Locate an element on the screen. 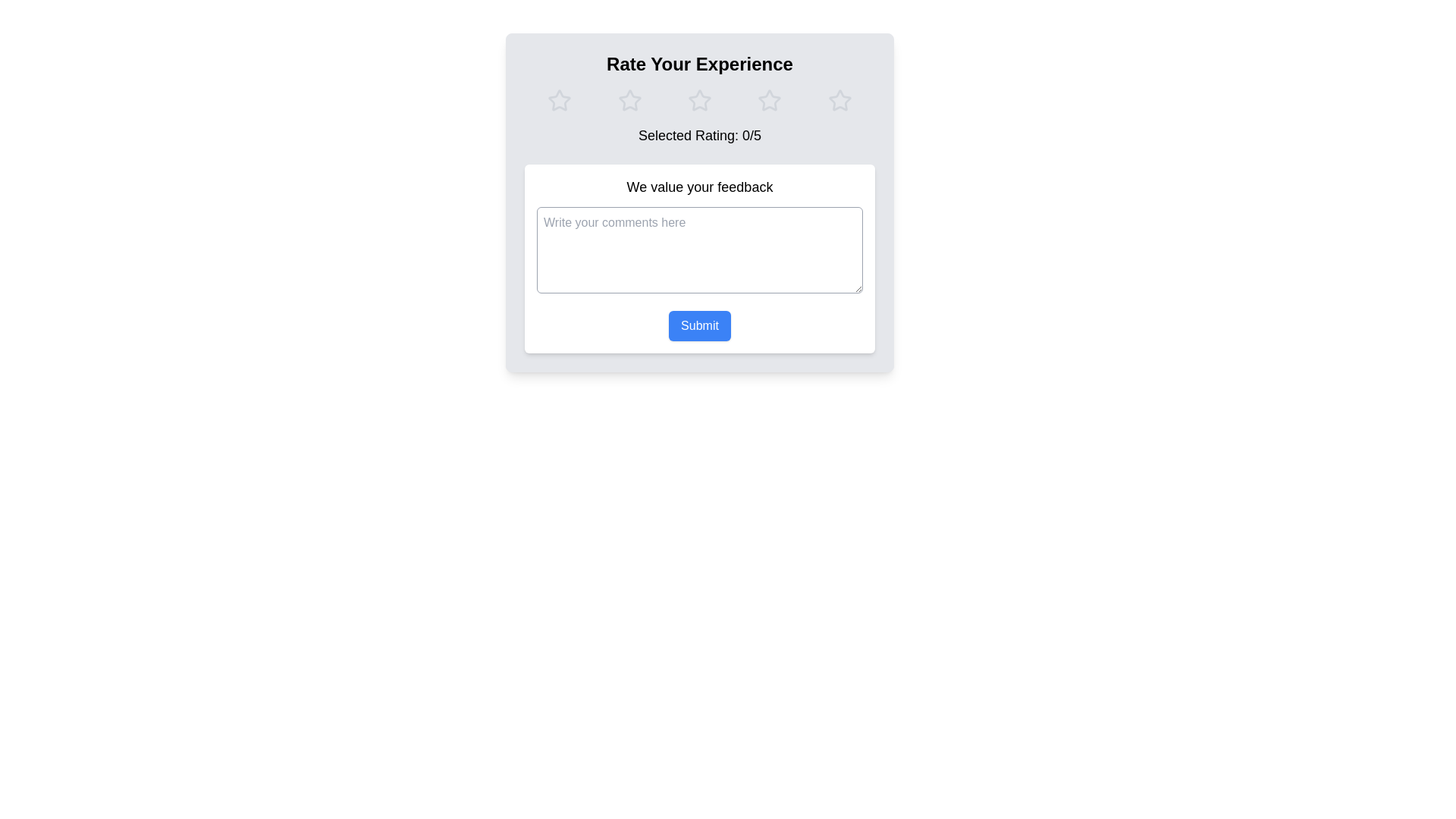 This screenshot has height=819, width=1456. the group of interactive star icons for rating is located at coordinates (698, 100).